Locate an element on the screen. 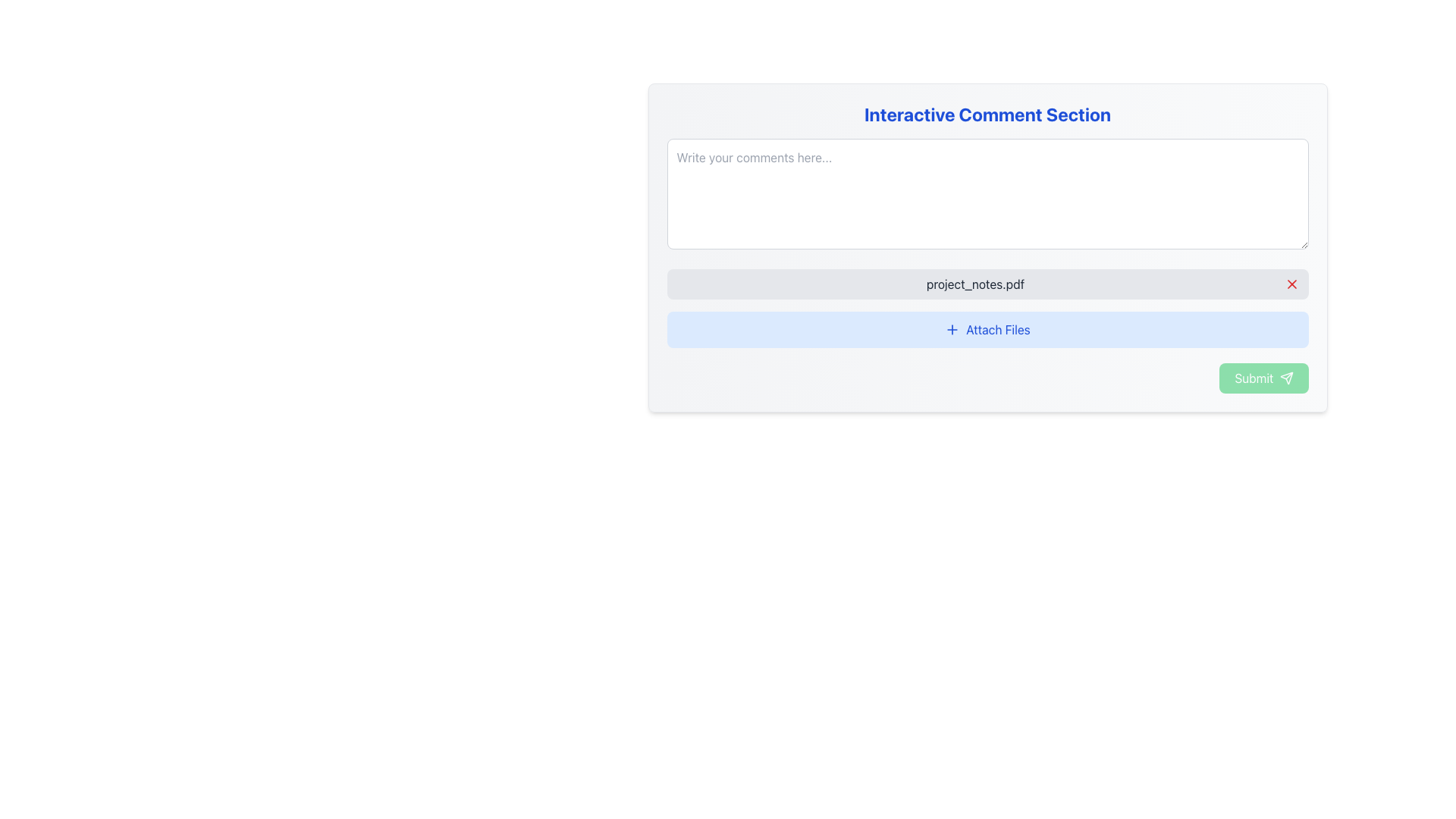  the close or delete icon adjacent to the file name 'project_notes.pdf' is located at coordinates (1291, 284).